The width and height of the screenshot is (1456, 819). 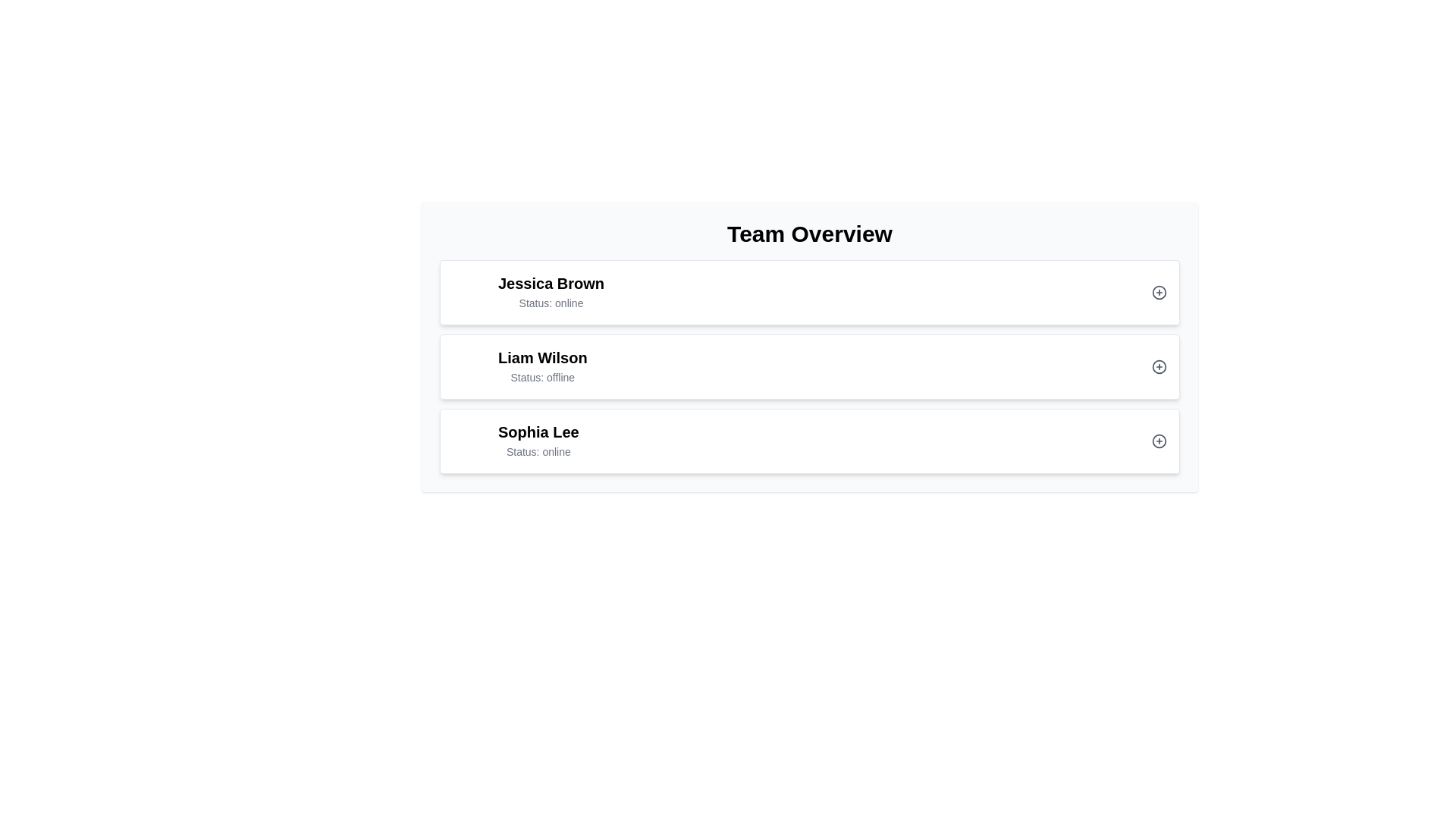 What do you see at coordinates (1159, 441) in the screenshot?
I see `the SVG Circle icon associated with 'Sophia Lee'` at bounding box center [1159, 441].